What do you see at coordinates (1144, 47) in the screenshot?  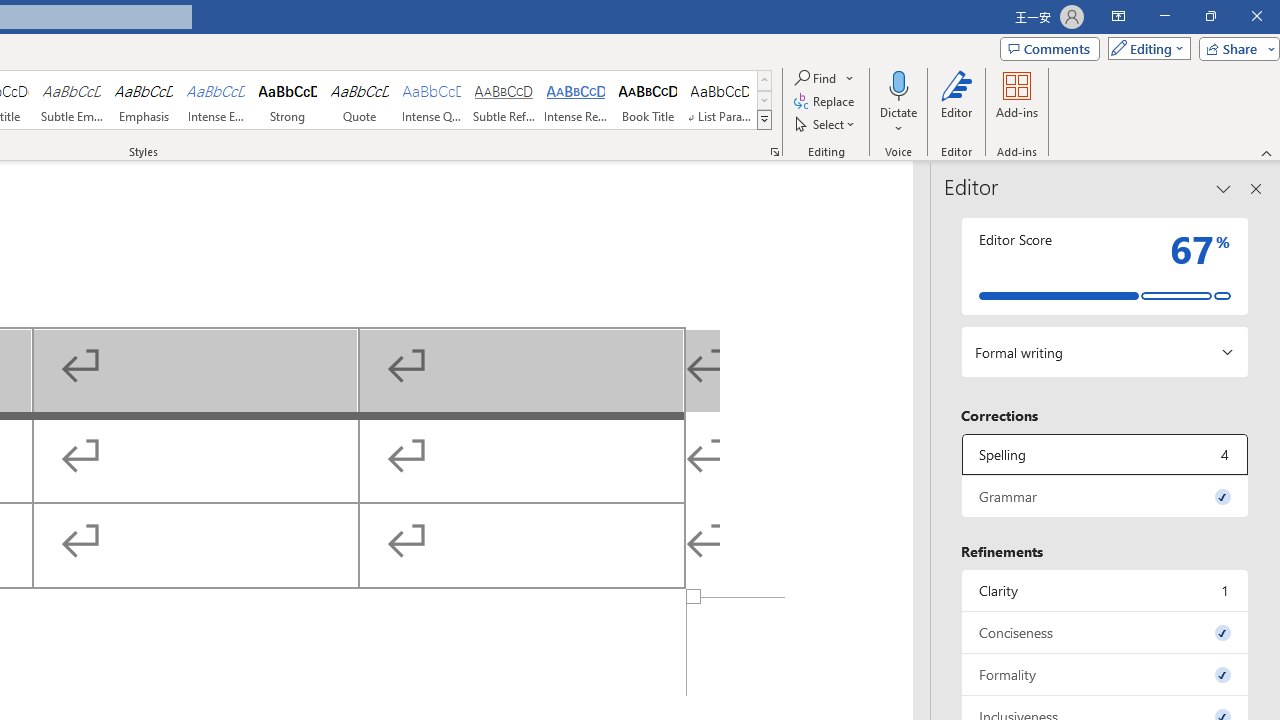 I see `'Editing'` at bounding box center [1144, 47].